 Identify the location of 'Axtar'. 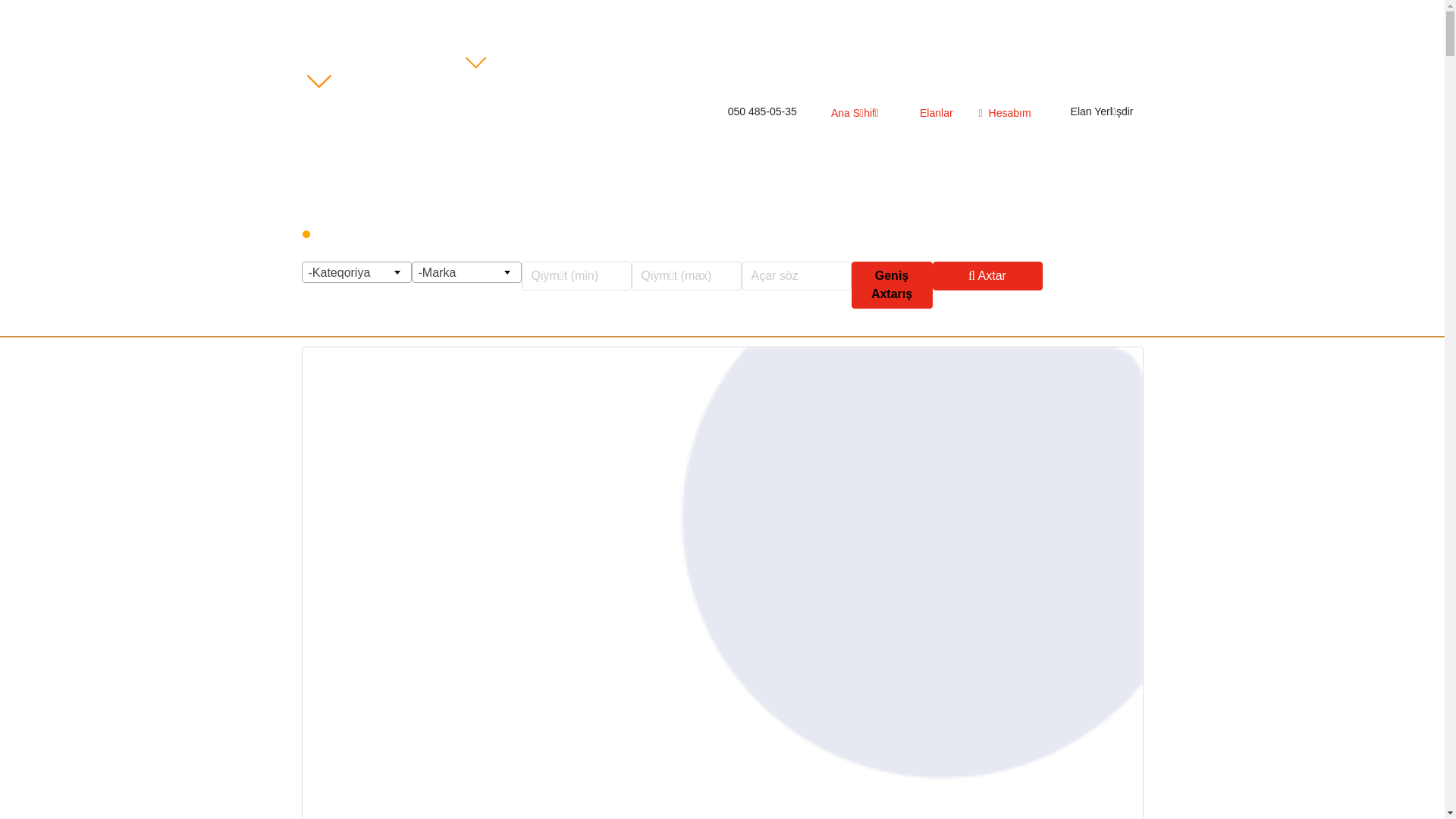
(987, 275).